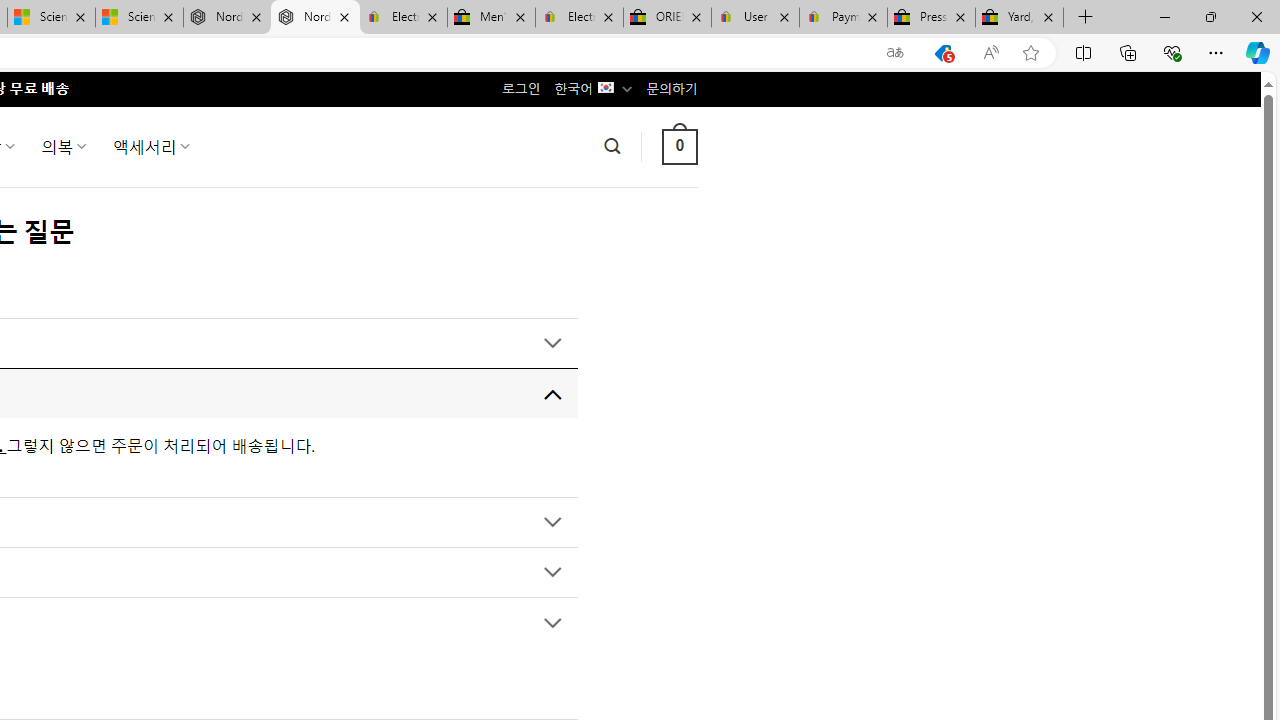 The width and height of the screenshot is (1280, 720). What do you see at coordinates (930, 17) in the screenshot?
I see `'Press Room - eBay Inc.'` at bounding box center [930, 17].